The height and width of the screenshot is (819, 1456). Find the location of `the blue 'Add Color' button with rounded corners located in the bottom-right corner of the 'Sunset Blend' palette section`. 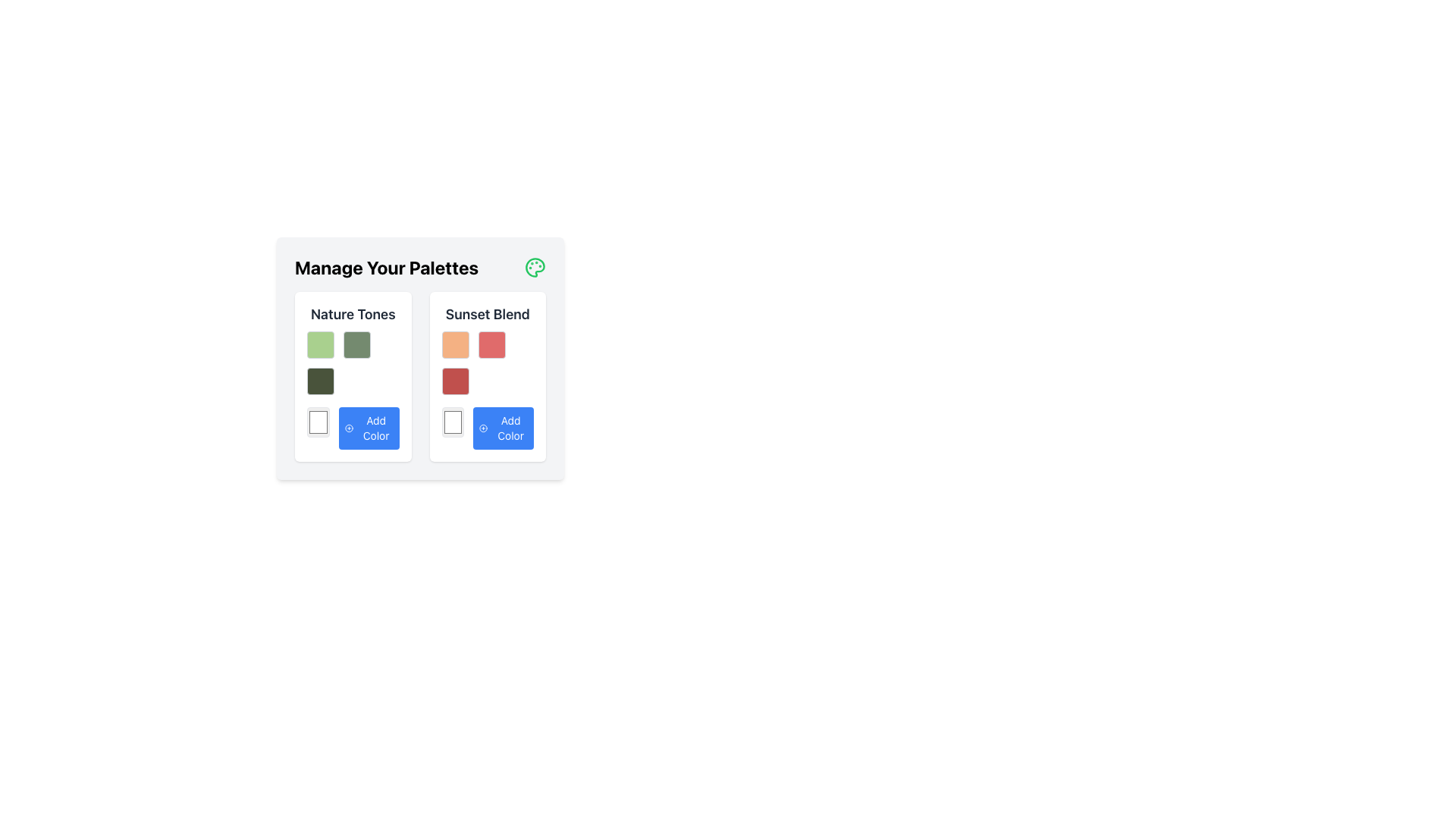

the blue 'Add Color' button with rounded corners located in the bottom-right corner of the 'Sunset Blend' palette section is located at coordinates (503, 428).